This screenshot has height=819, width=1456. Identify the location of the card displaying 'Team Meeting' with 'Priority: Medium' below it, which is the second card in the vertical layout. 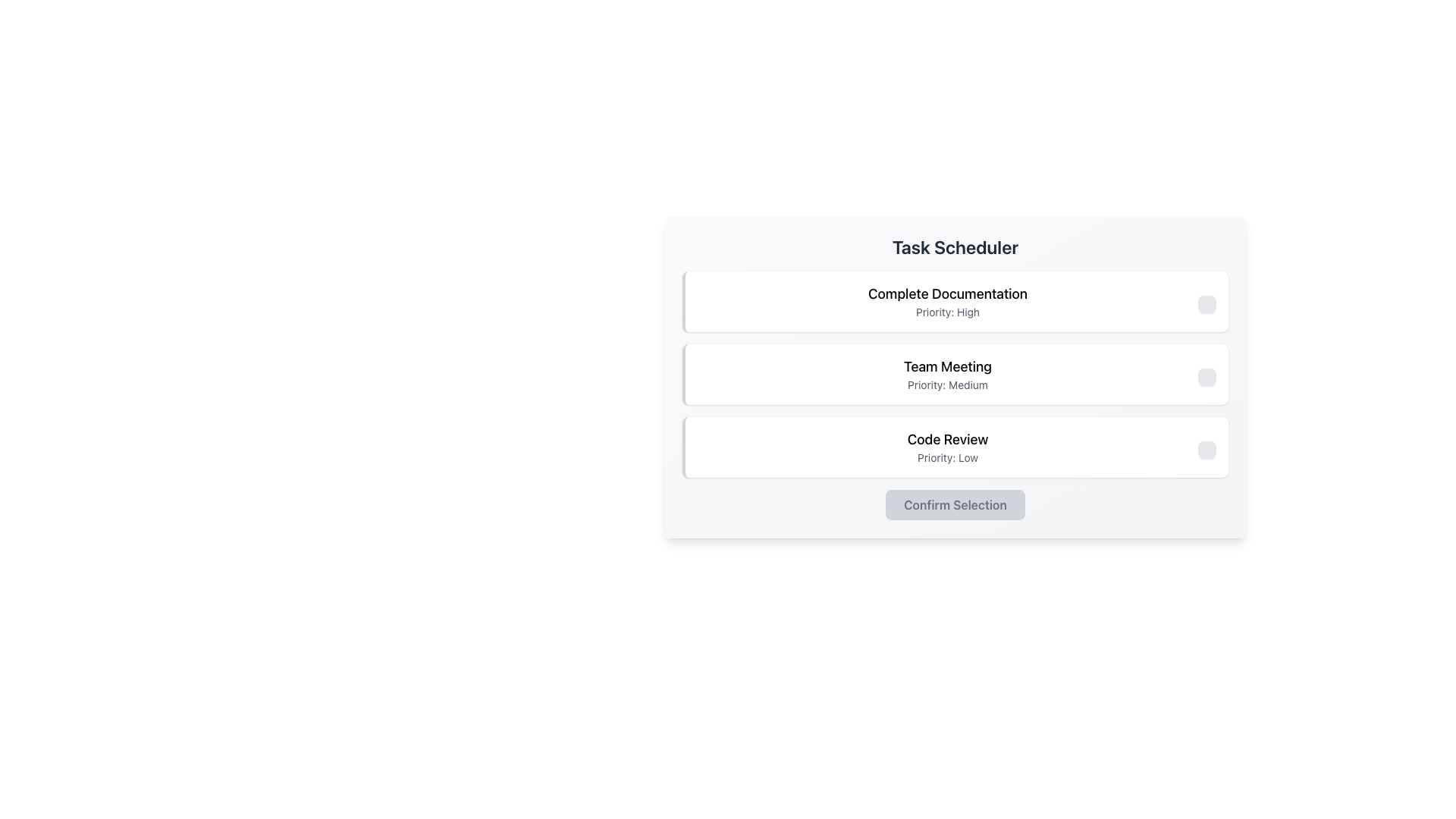
(954, 374).